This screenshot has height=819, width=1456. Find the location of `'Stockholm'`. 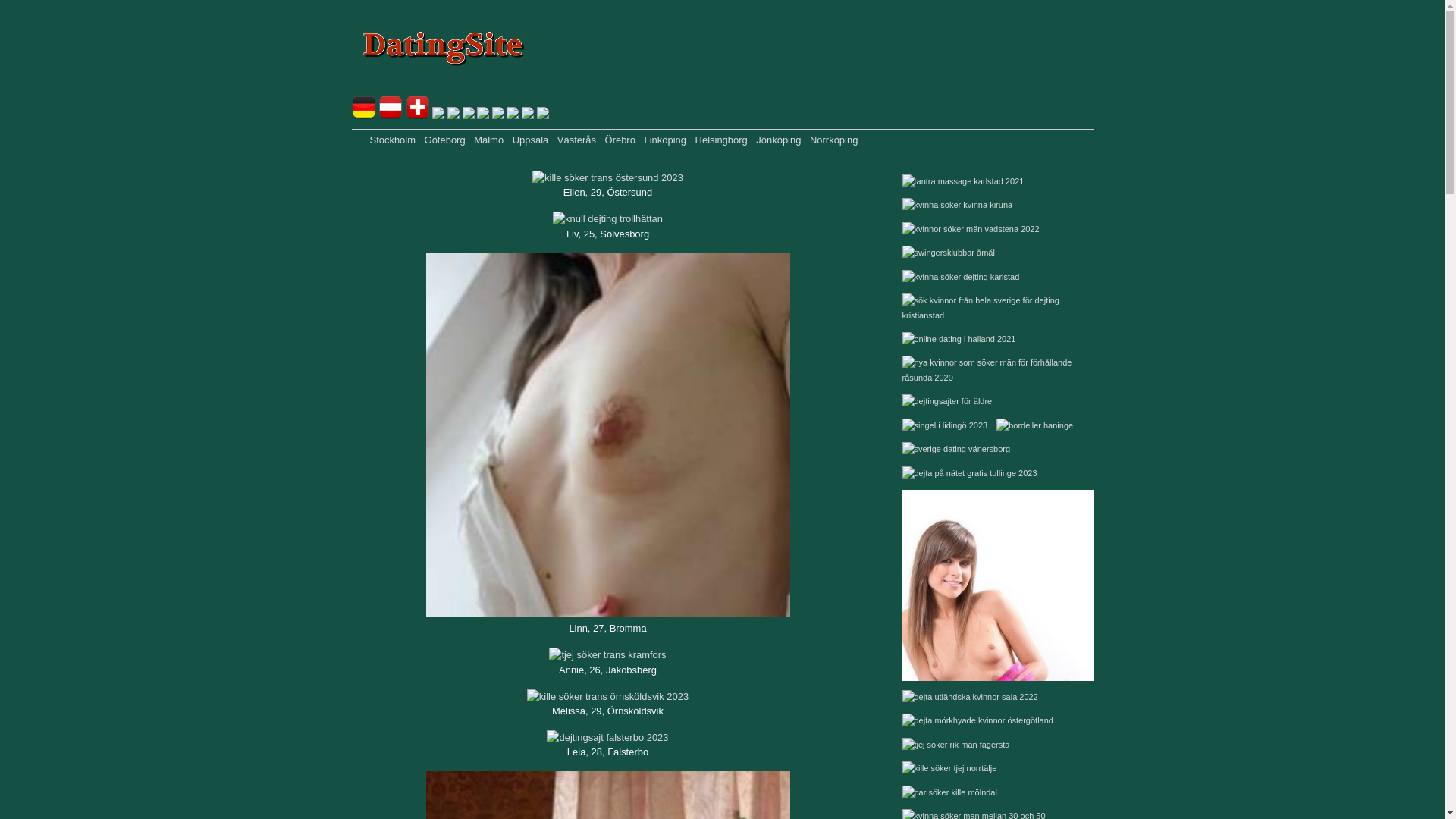

'Stockholm' is located at coordinates (393, 140).